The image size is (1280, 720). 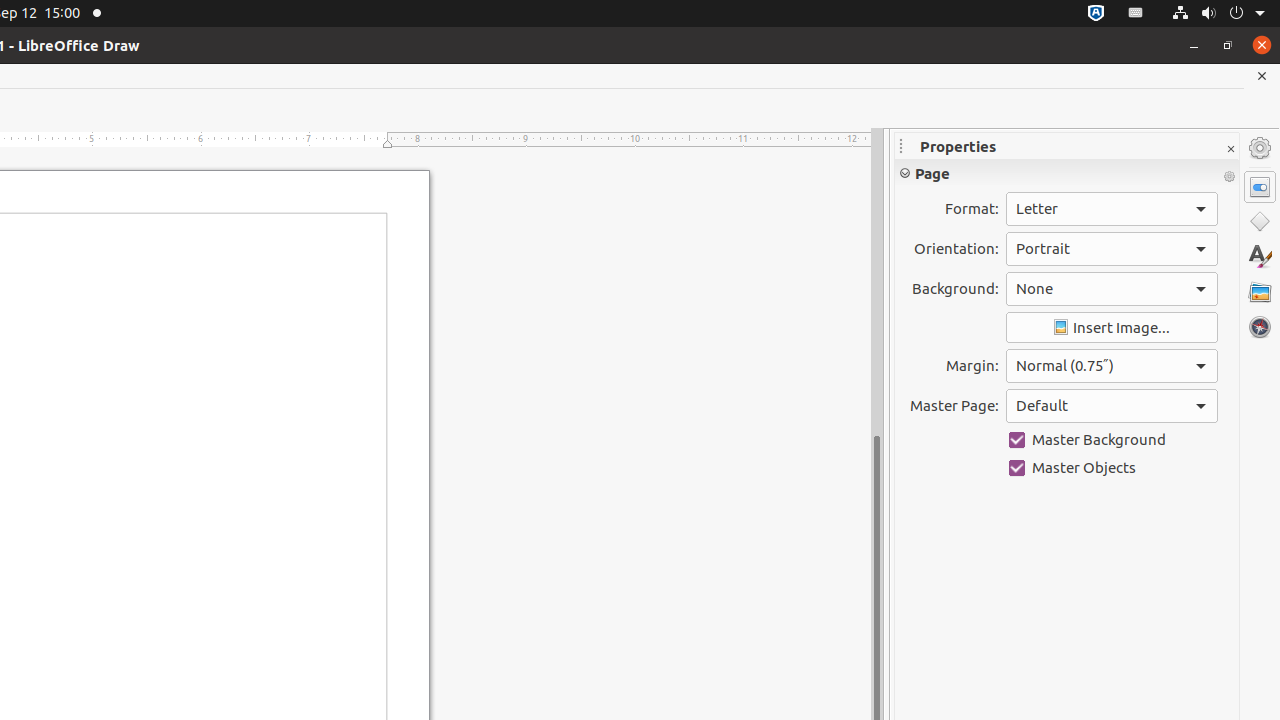 I want to click on 'Background:', so click(x=1110, y=289).